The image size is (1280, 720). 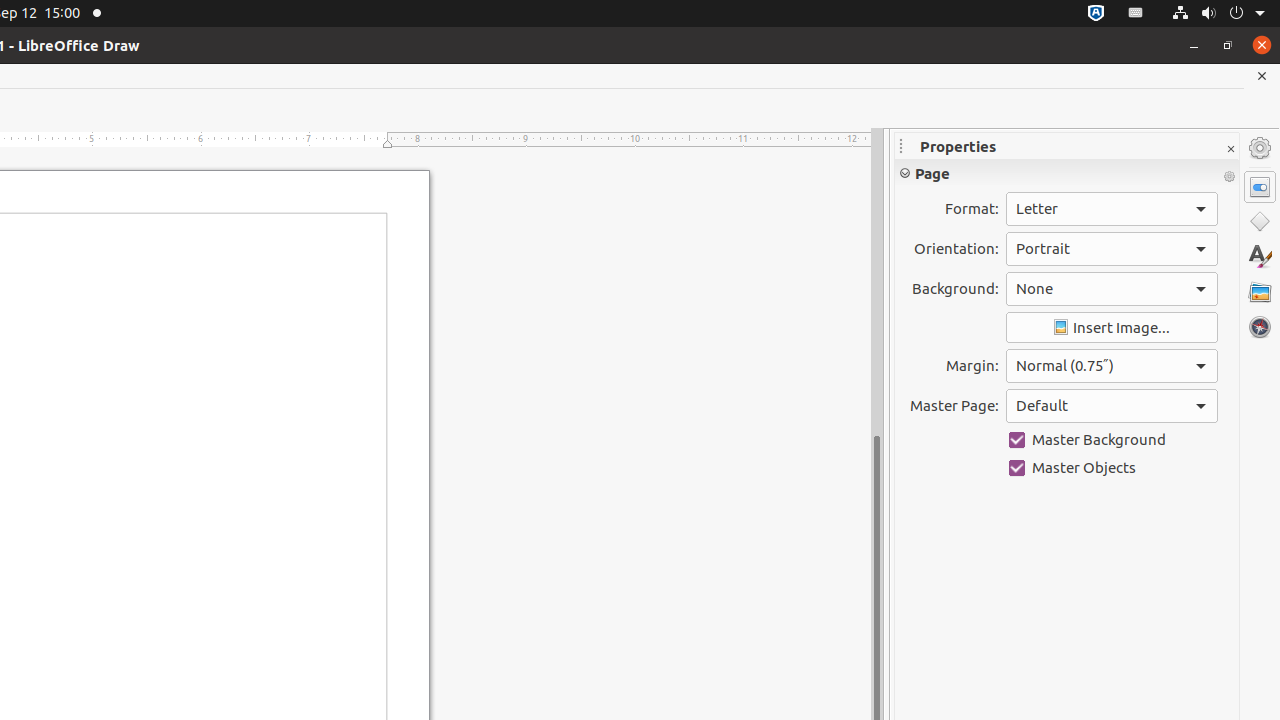 I want to click on 'Background:', so click(x=1110, y=289).